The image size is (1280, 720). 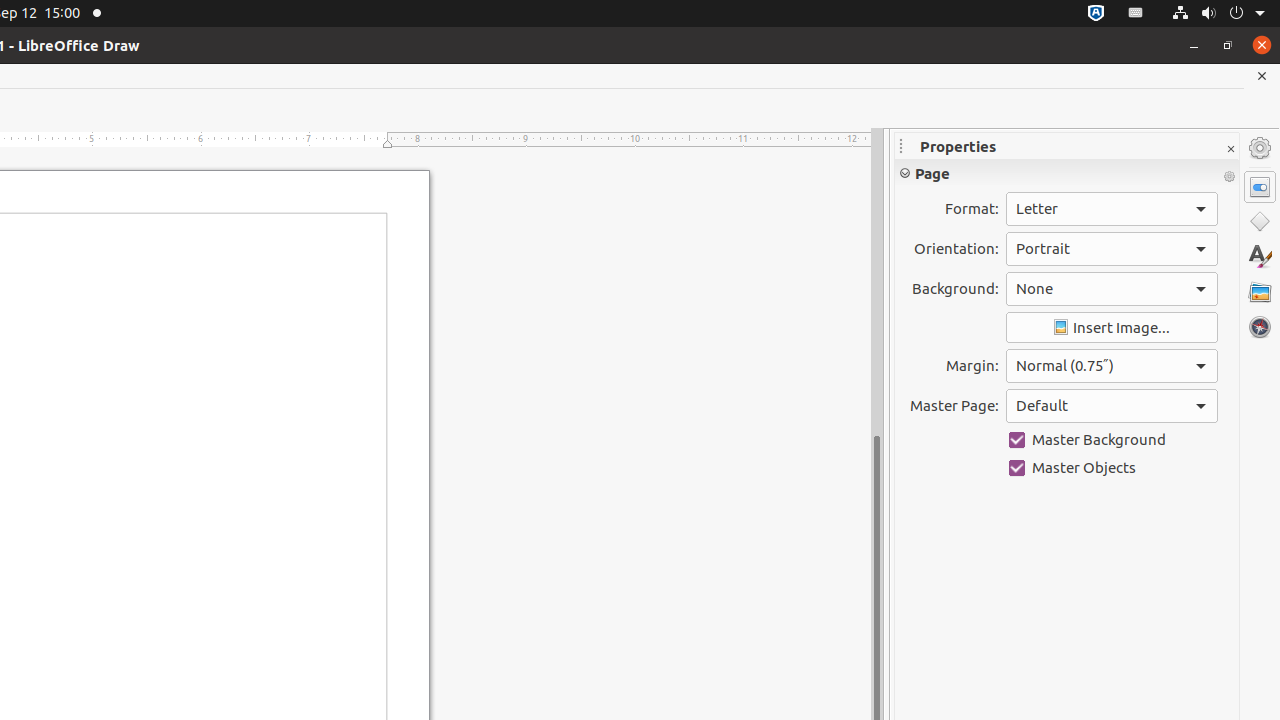 I want to click on 'Background:', so click(x=1110, y=289).